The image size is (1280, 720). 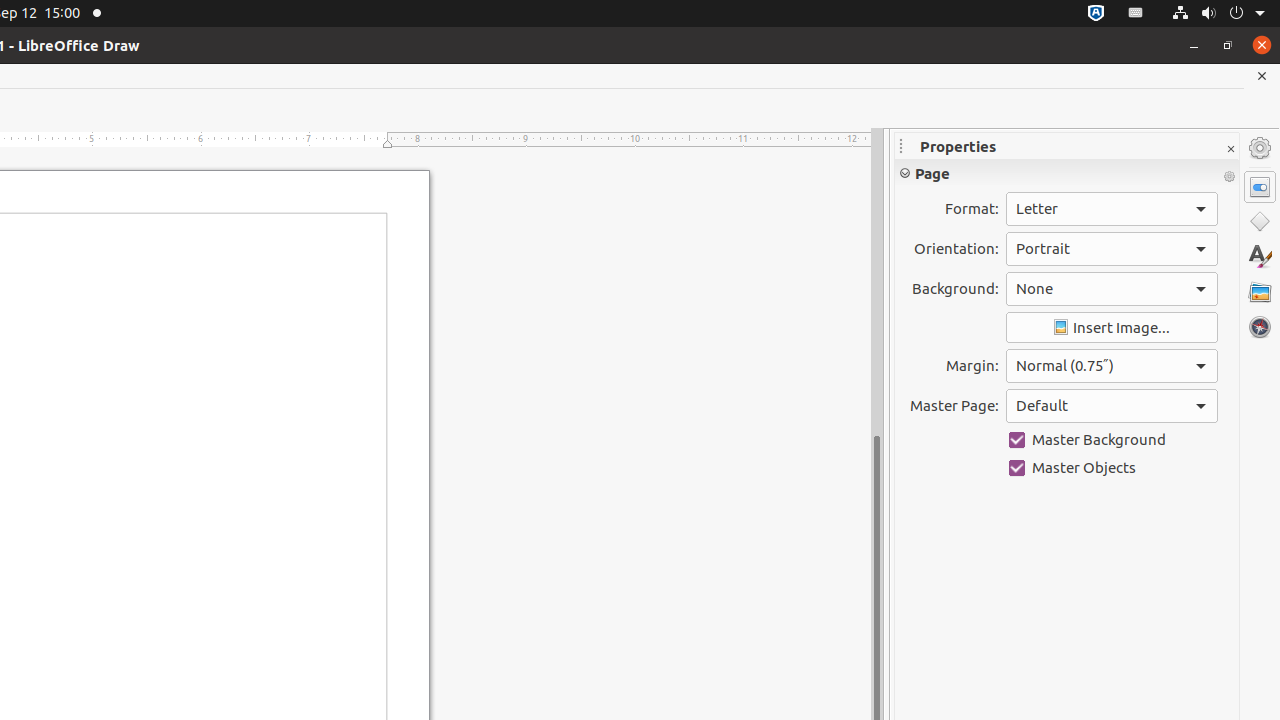 I want to click on 'Background:', so click(x=1110, y=289).